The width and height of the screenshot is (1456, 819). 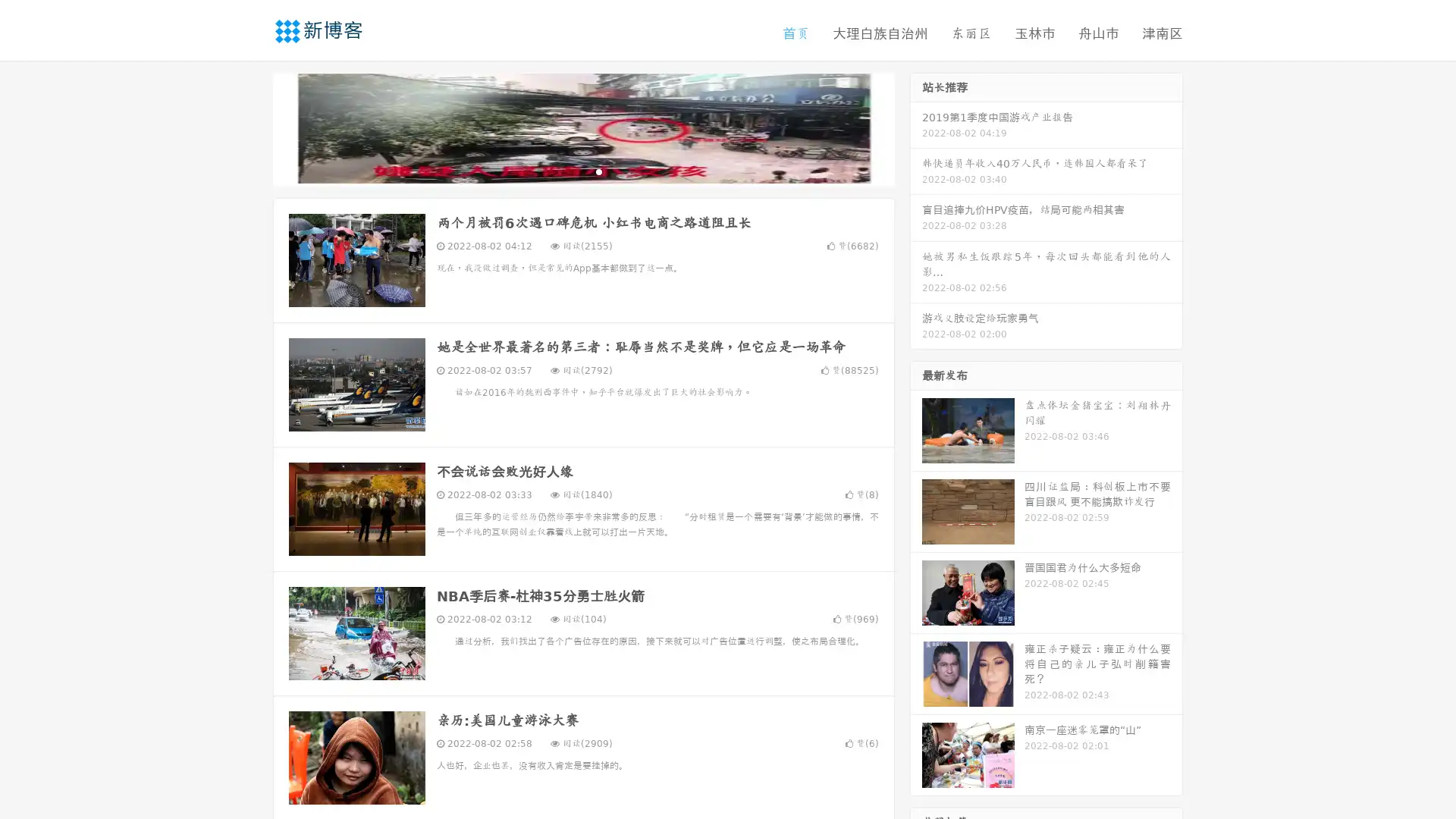 What do you see at coordinates (598, 171) in the screenshot?
I see `Go to slide 3` at bounding box center [598, 171].